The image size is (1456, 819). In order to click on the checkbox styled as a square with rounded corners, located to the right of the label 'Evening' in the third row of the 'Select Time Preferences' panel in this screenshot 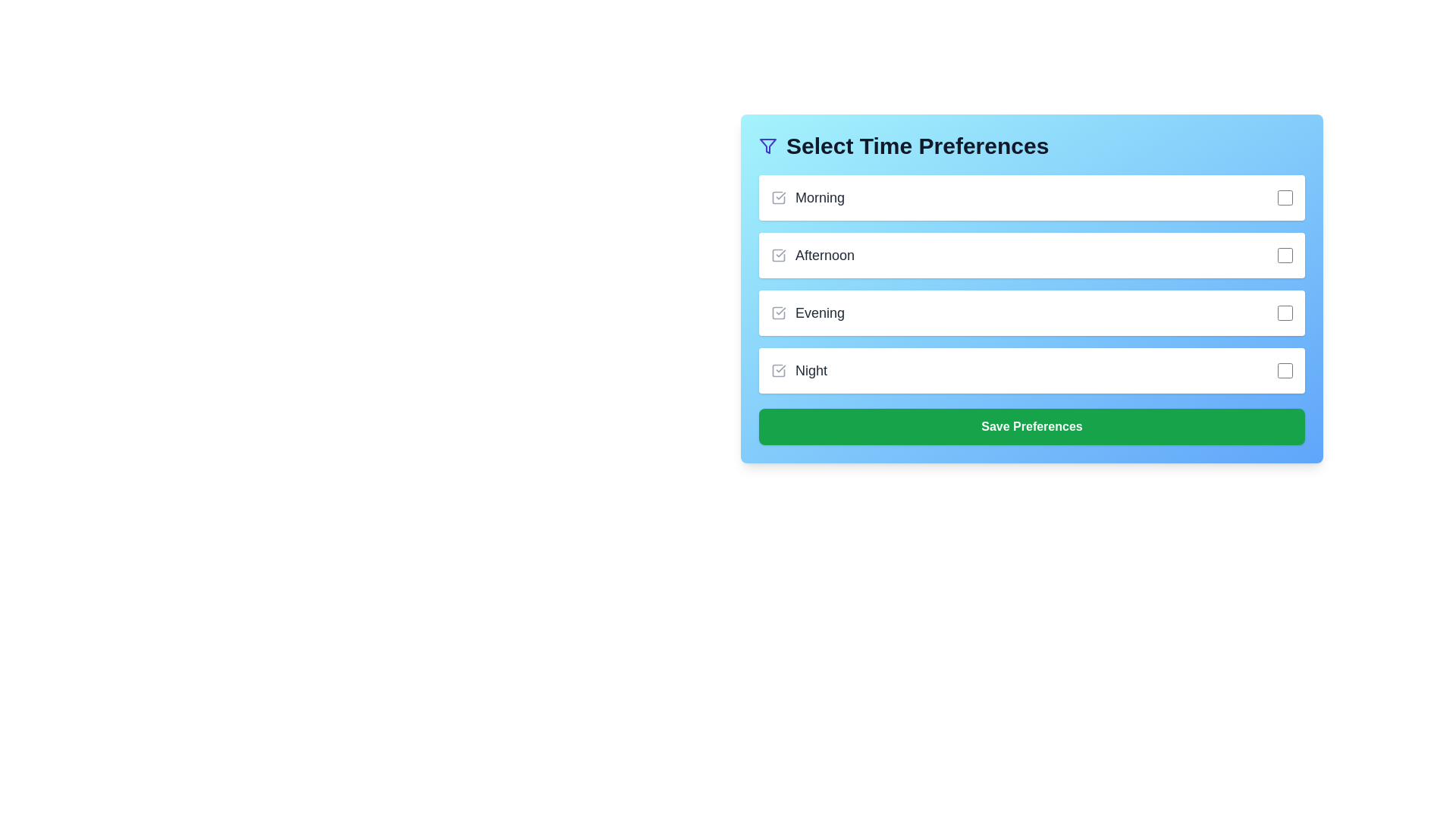, I will do `click(1284, 312)`.